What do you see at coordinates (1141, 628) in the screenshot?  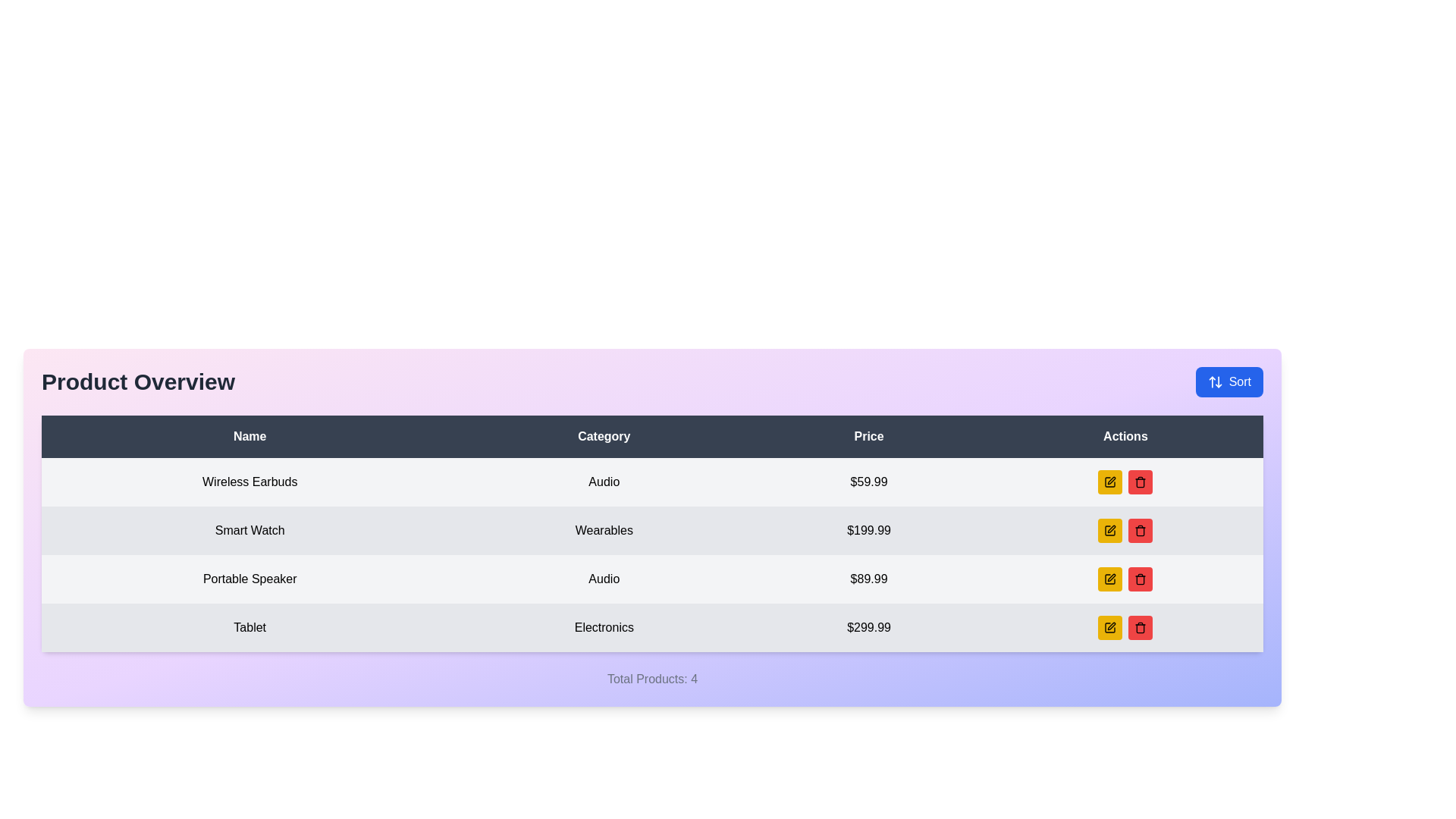 I see `the delete icon button located in the lower-right action column of the table row for the 'Tablet' product` at bounding box center [1141, 628].